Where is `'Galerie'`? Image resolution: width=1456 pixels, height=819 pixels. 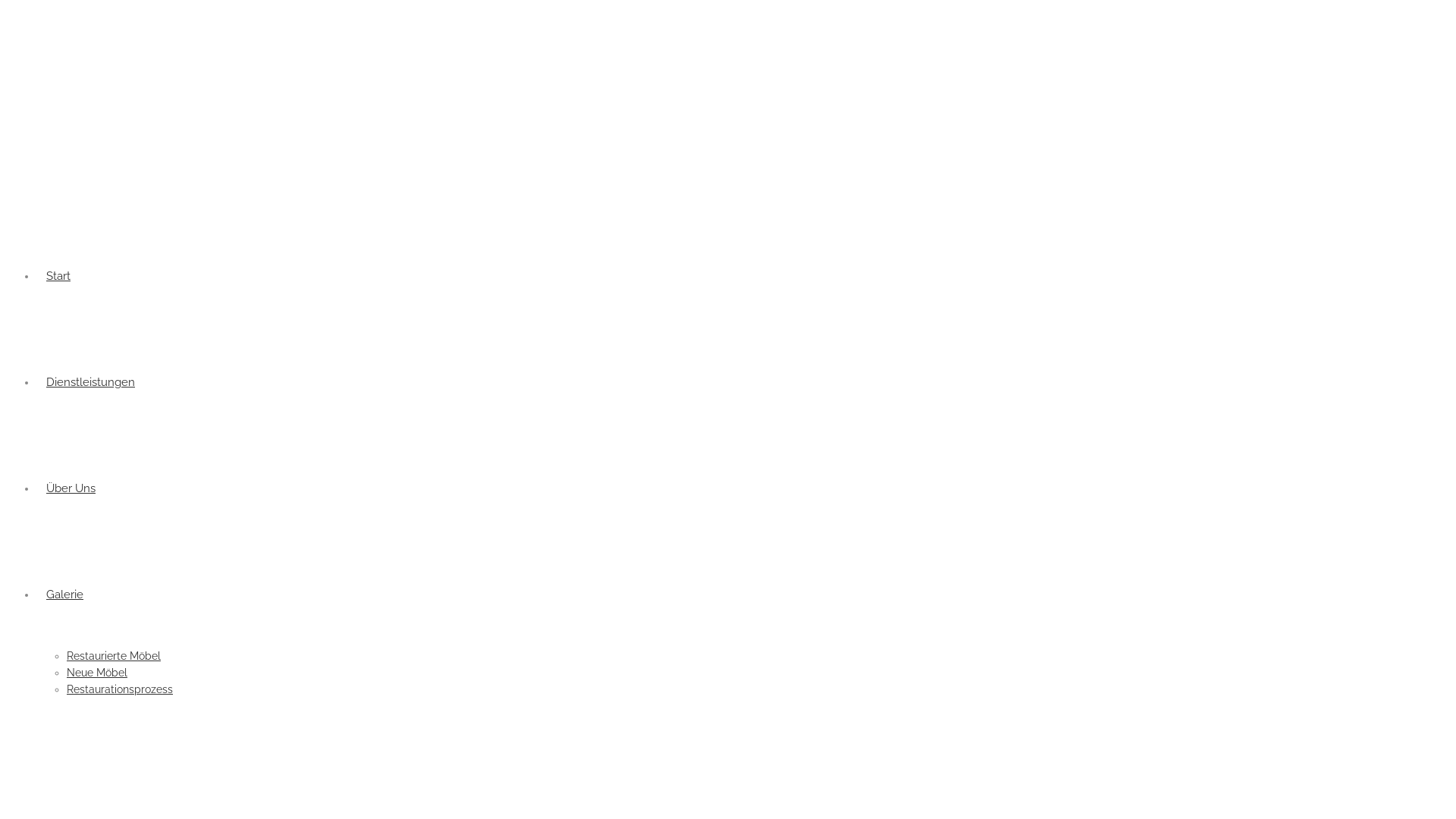 'Galerie' is located at coordinates (64, 593).